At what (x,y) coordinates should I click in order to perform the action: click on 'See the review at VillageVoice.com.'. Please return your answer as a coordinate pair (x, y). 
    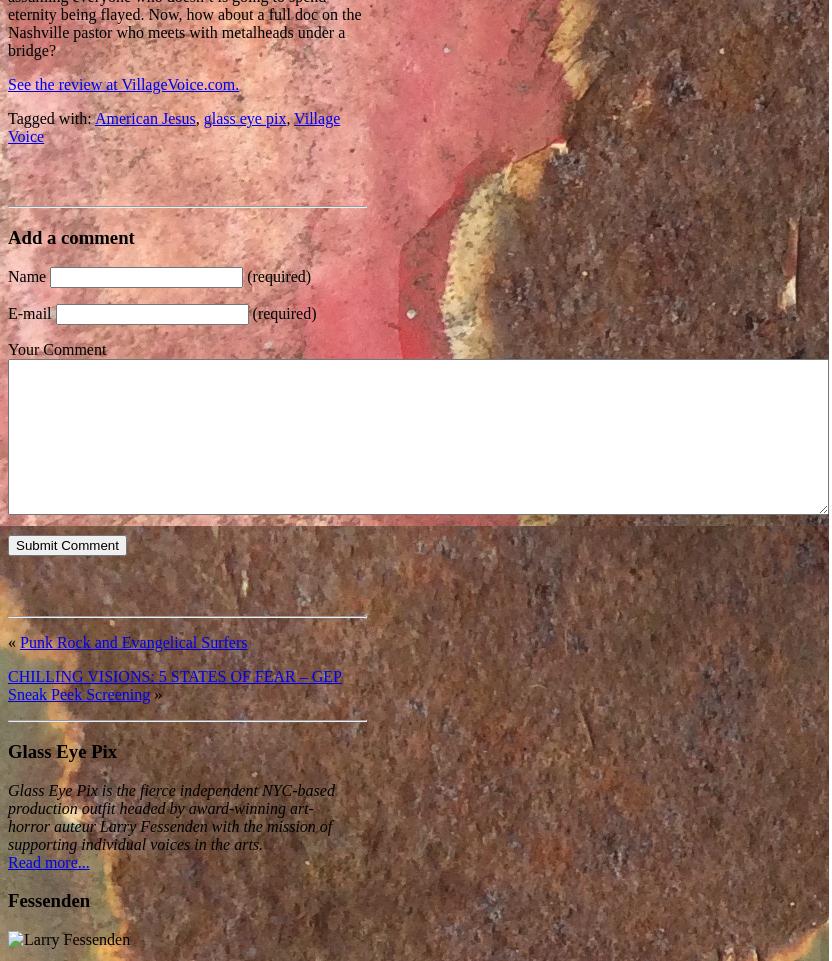
    Looking at the image, I should click on (123, 83).